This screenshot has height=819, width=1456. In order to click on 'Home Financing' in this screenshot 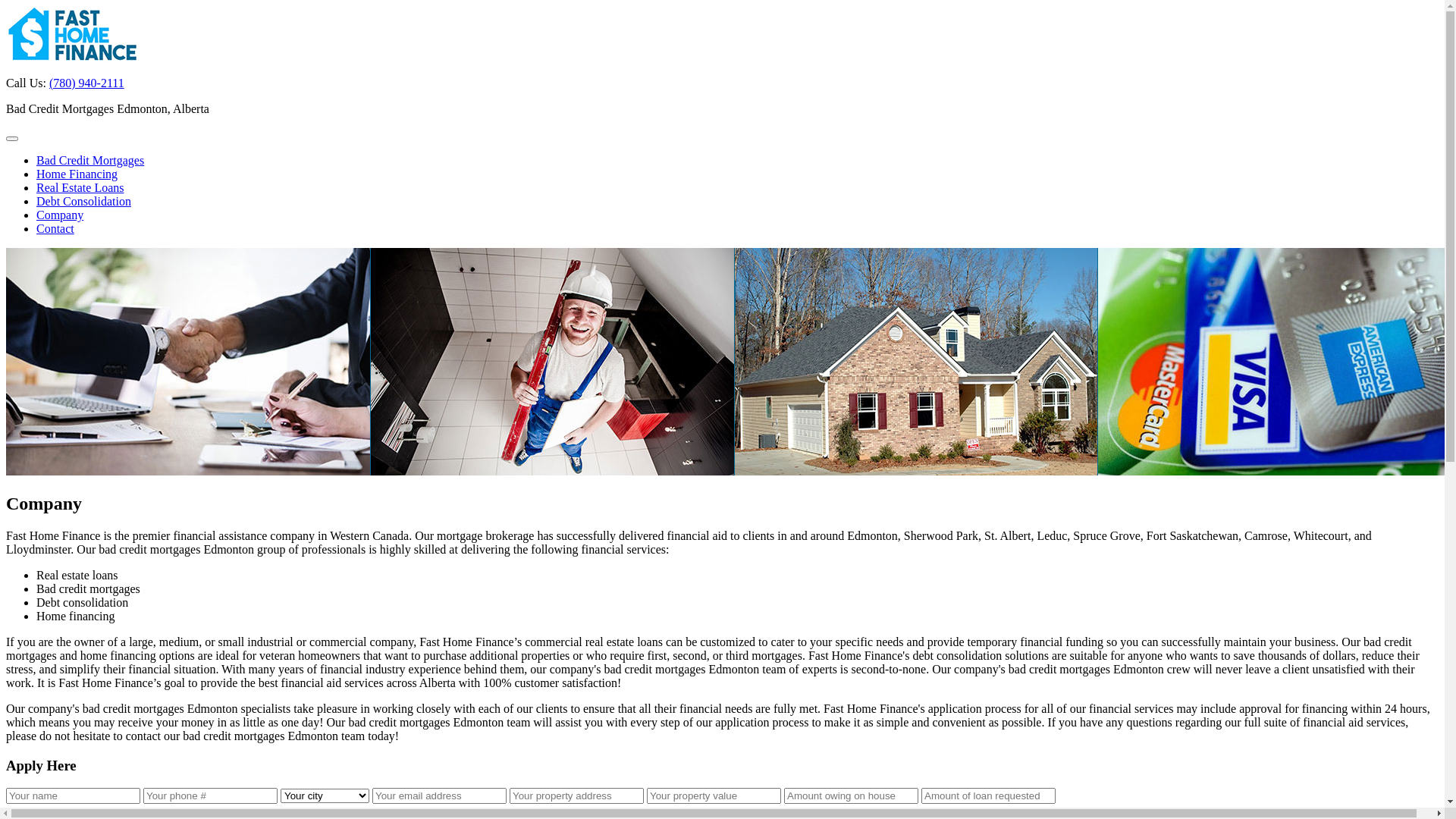, I will do `click(76, 173)`.